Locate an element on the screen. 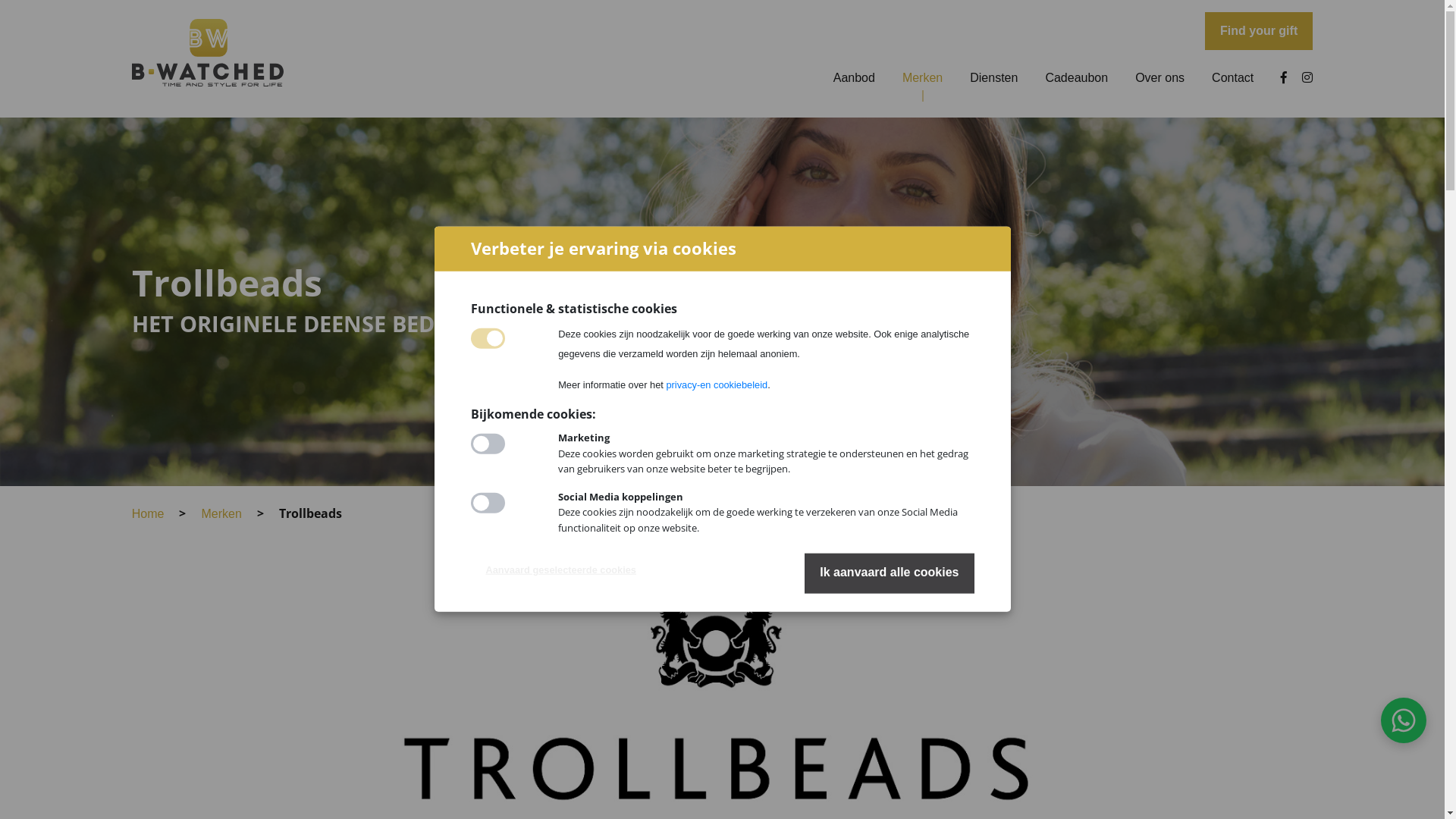 The width and height of the screenshot is (1456, 819). 'Aanvaard geselecteerde cookies' is located at coordinates (469, 570).